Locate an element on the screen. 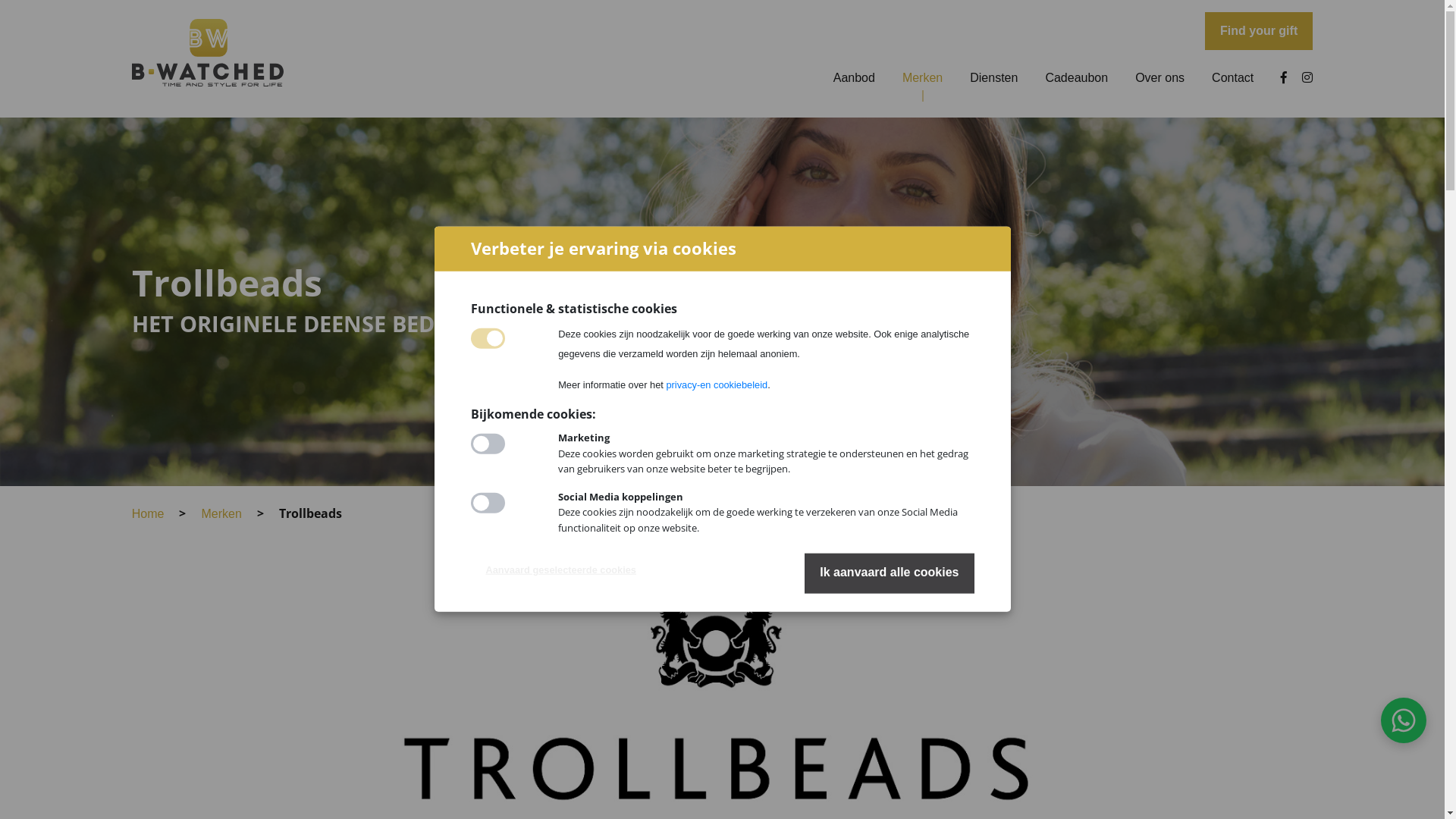 The width and height of the screenshot is (1456, 819). 'Aanvaard geselecteerde cookies' is located at coordinates (469, 570).